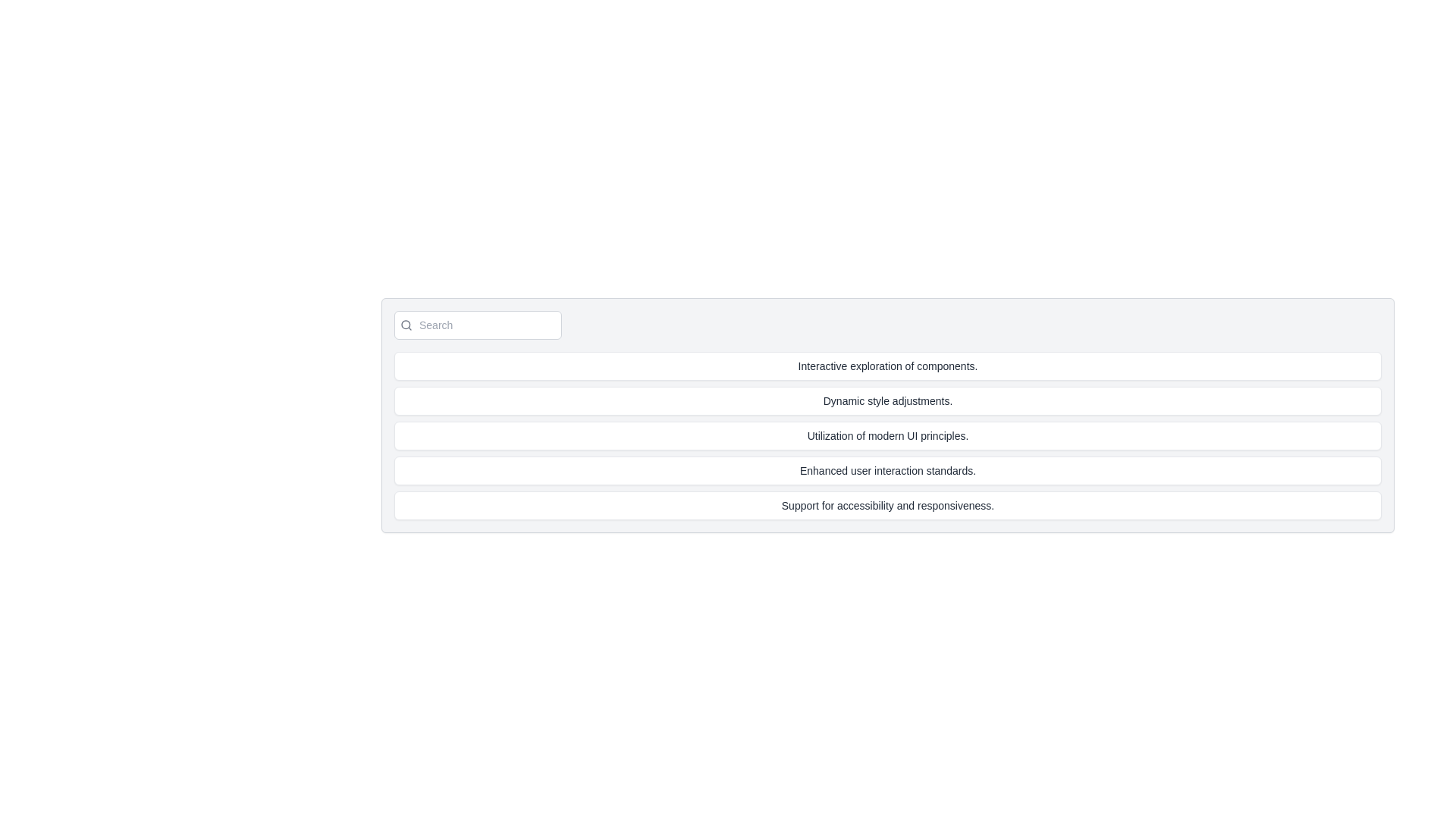 The height and width of the screenshot is (819, 1456). I want to click on the graphical embellishment or non-interactive placeholder that is part of the sentence 'Enhanced user interaction standards.' located near the word 'standards' in the fourth list item, so click(848, 470).